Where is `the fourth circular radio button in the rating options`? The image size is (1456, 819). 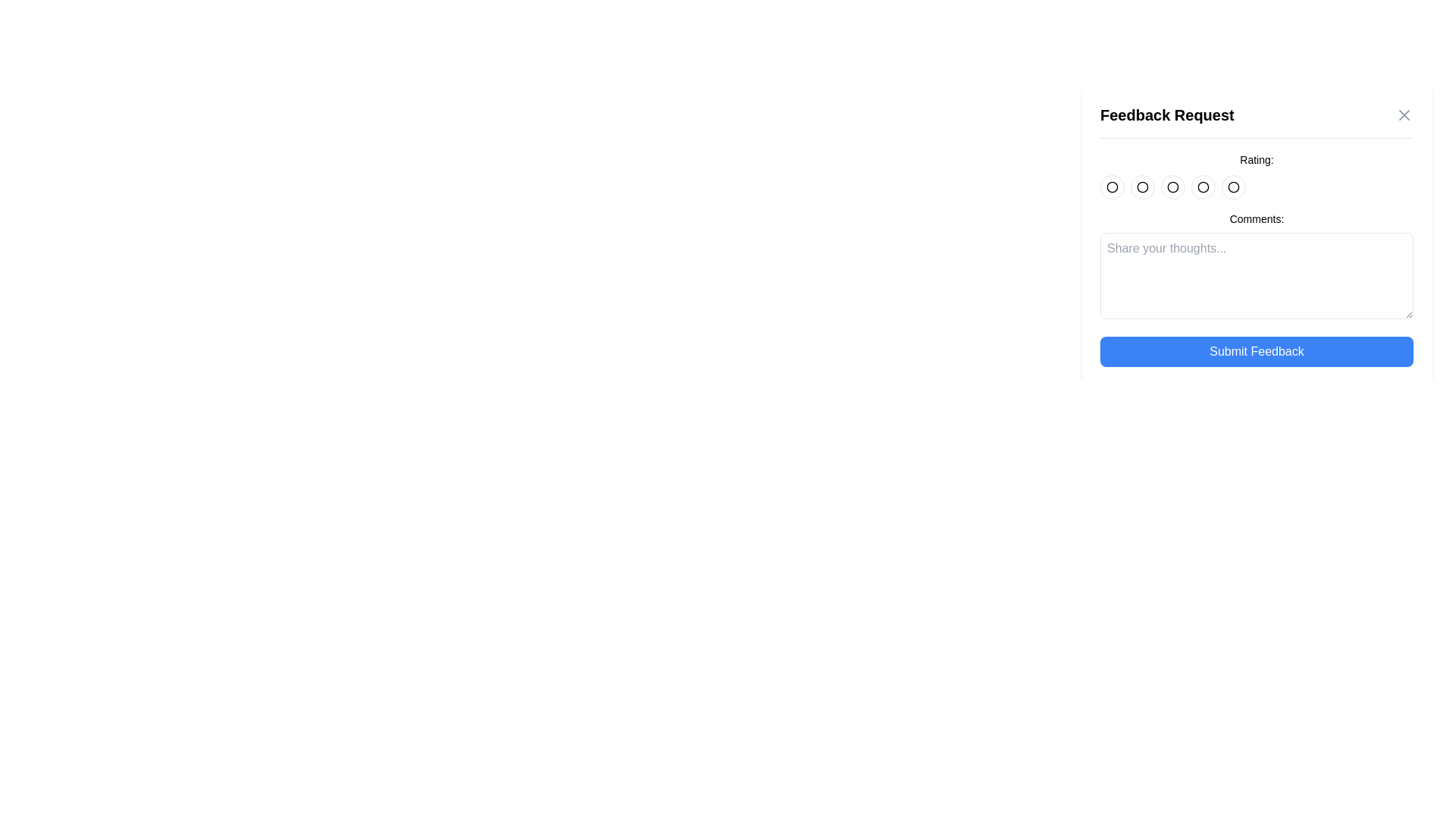 the fourth circular radio button in the rating options is located at coordinates (1203, 186).